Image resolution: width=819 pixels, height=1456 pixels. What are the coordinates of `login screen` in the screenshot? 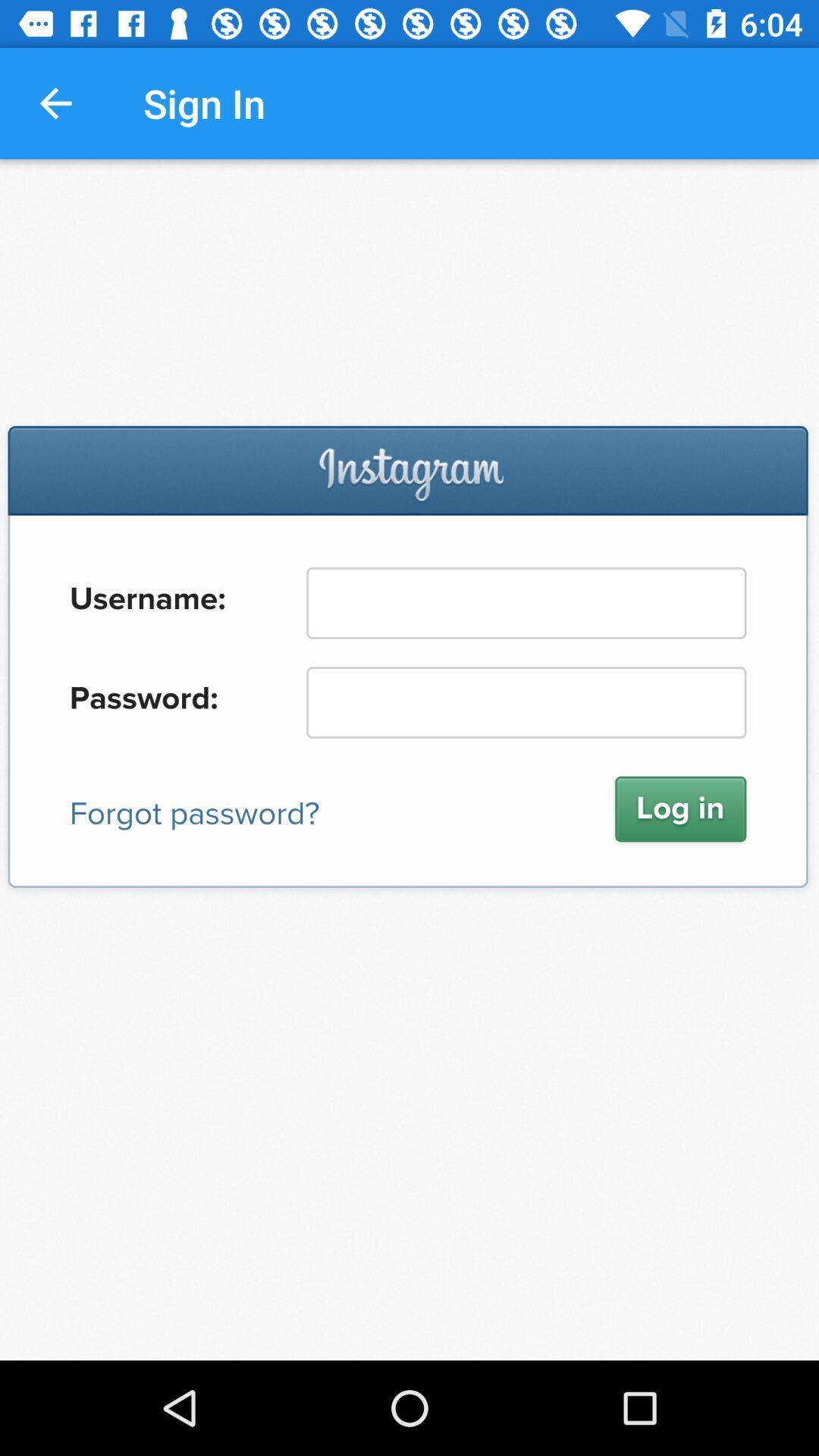 It's located at (409, 760).